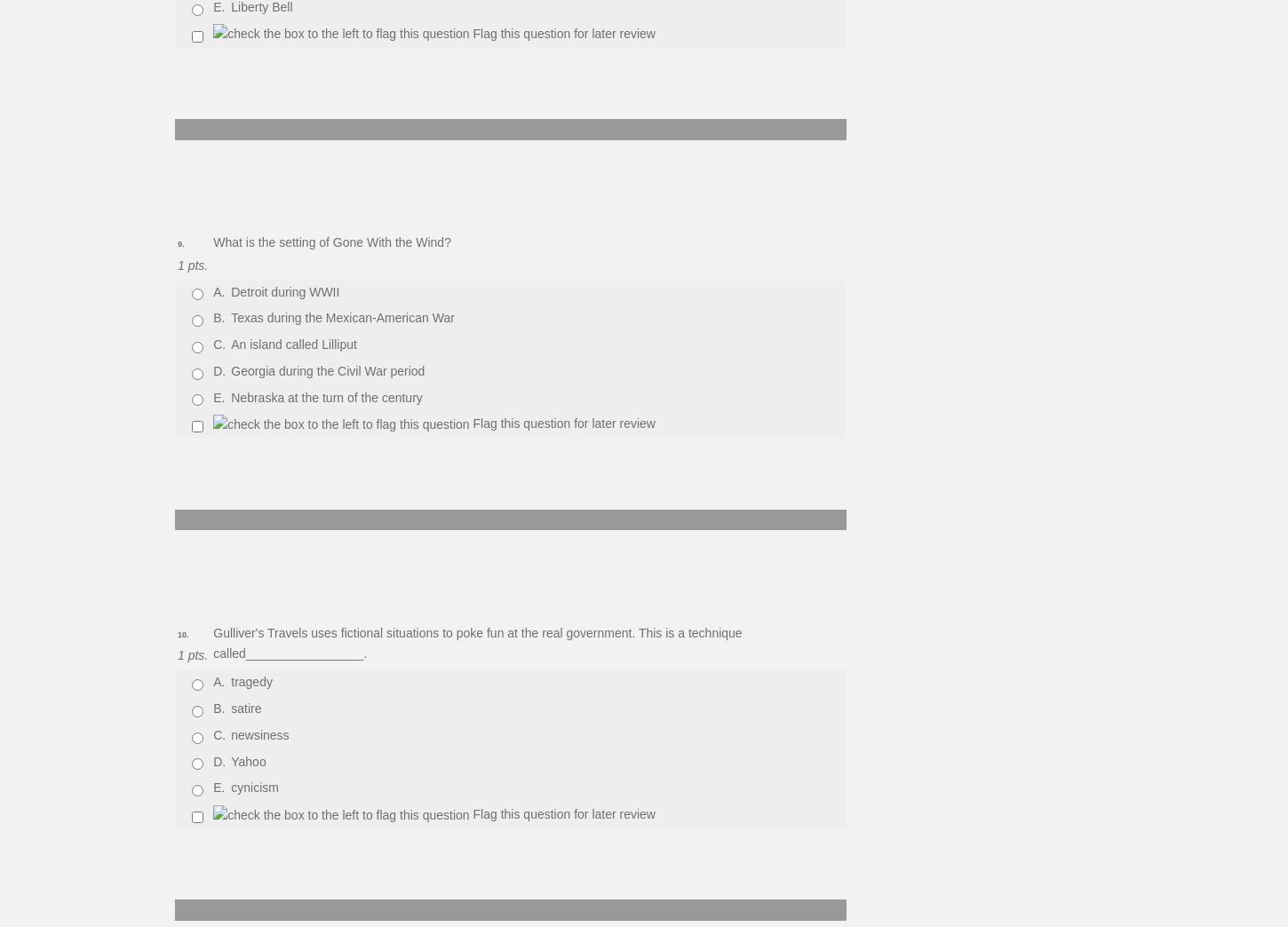 The width and height of the screenshot is (1288, 927). I want to click on 'Texas during the Mexican-American War', so click(341, 317).